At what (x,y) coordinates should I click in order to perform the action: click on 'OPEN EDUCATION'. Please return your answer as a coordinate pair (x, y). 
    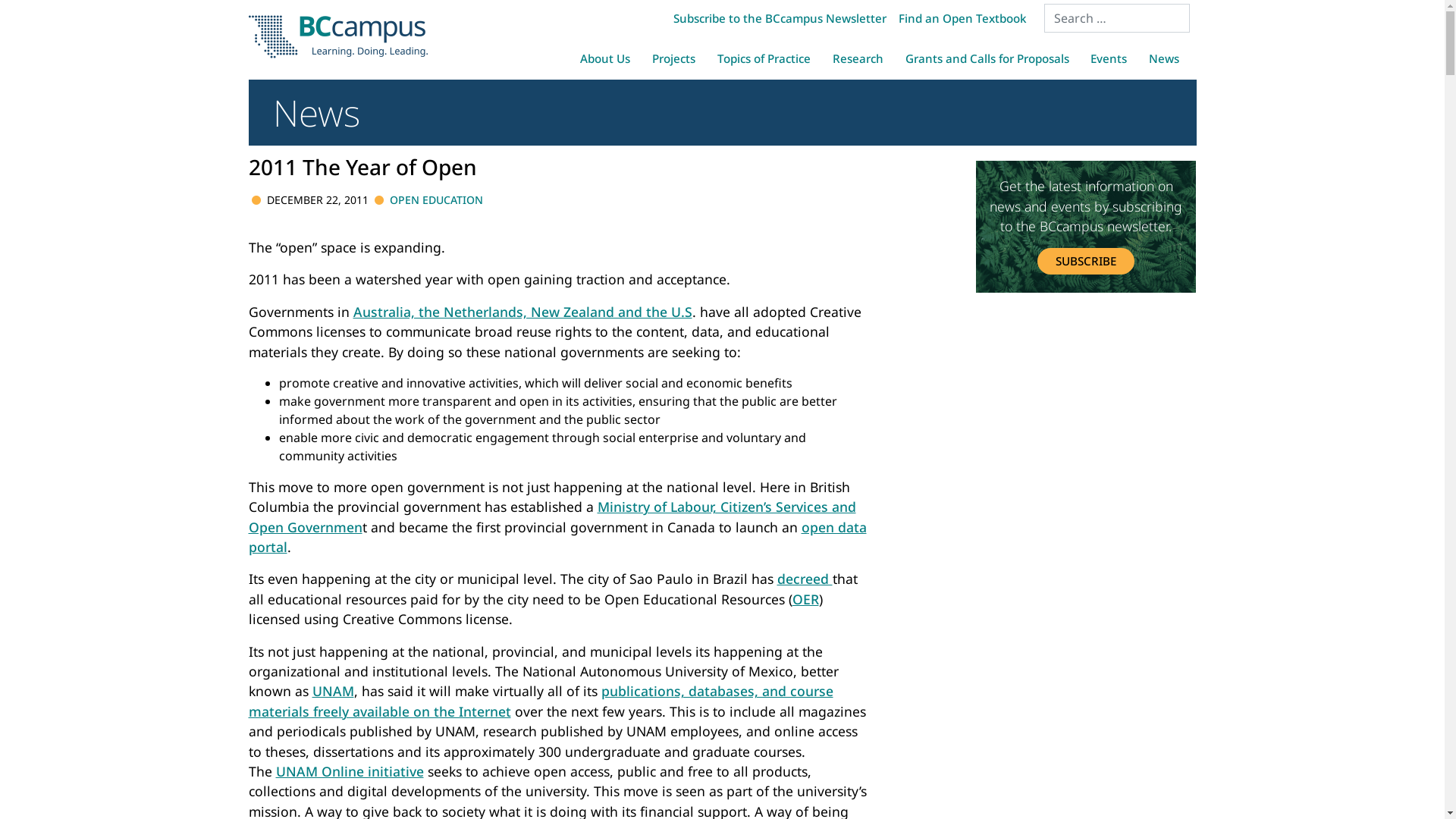
    Looking at the image, I should click on (435, 199).